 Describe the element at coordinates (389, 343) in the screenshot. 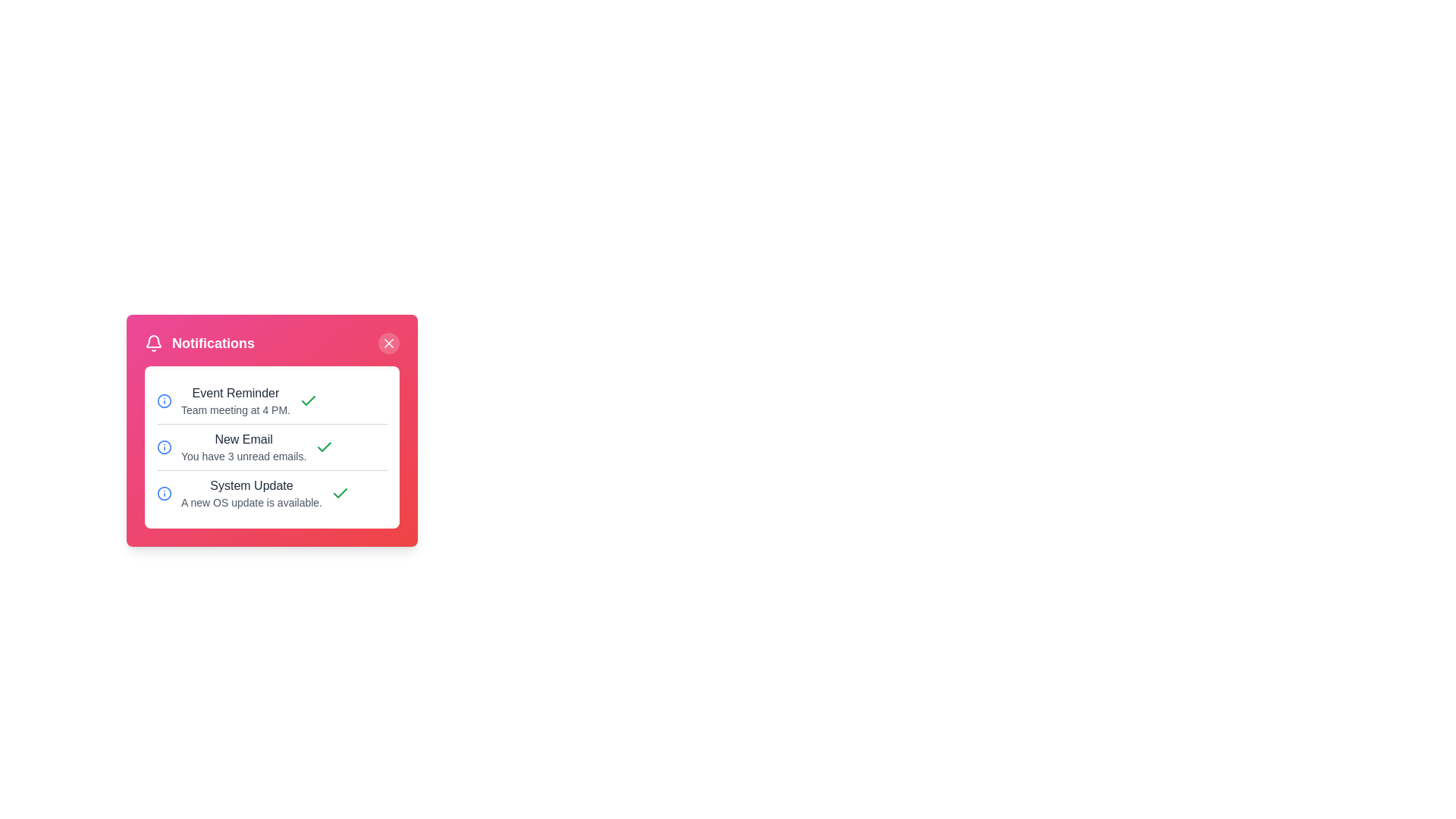

I see `the close icon located at the top-right corner of the notification card, which is represented as a vector graphic within a circular button` at that location.